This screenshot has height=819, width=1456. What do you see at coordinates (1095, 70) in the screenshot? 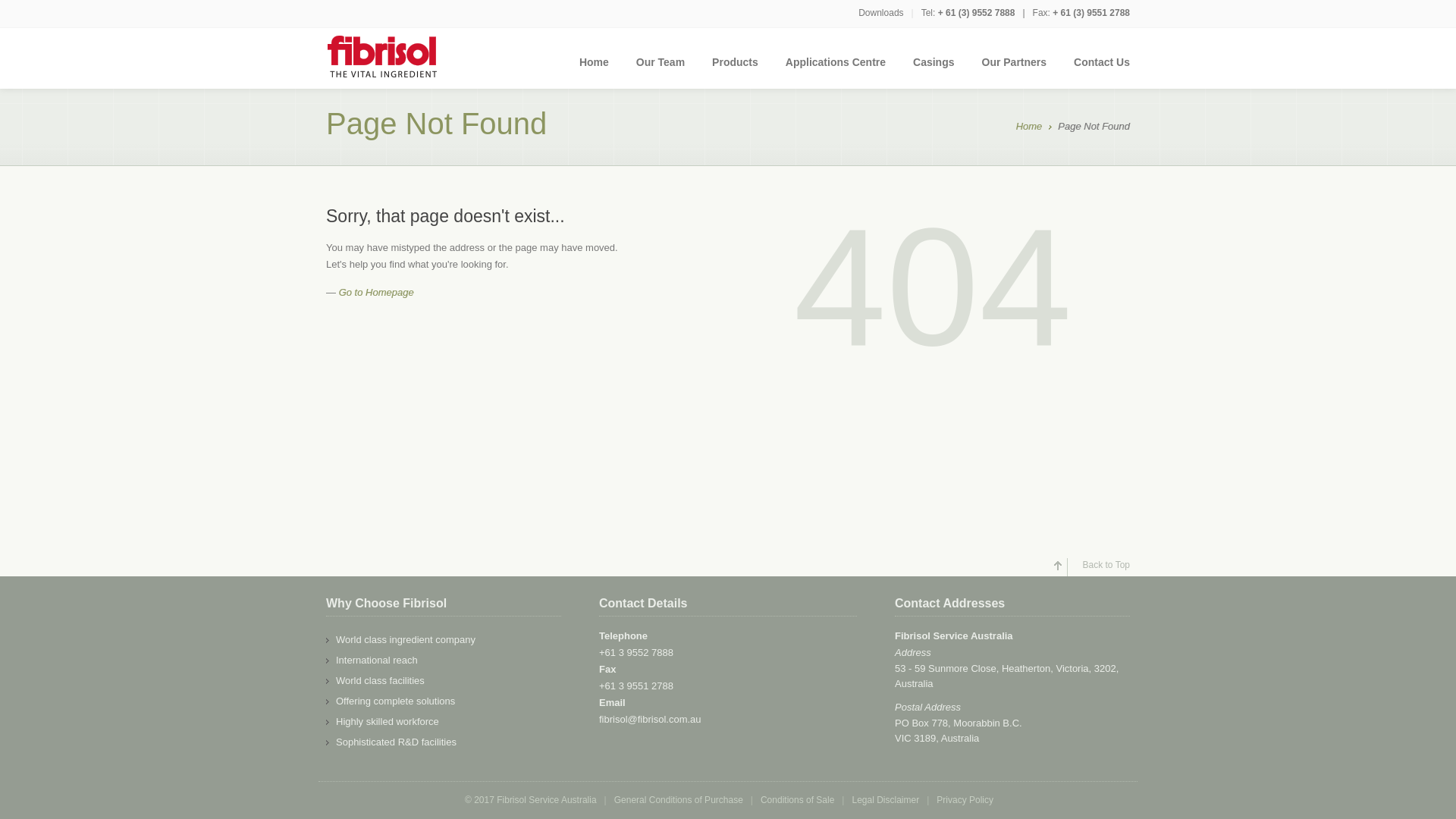
I see `'Contact Us'` at bounding box center [1095, 70].